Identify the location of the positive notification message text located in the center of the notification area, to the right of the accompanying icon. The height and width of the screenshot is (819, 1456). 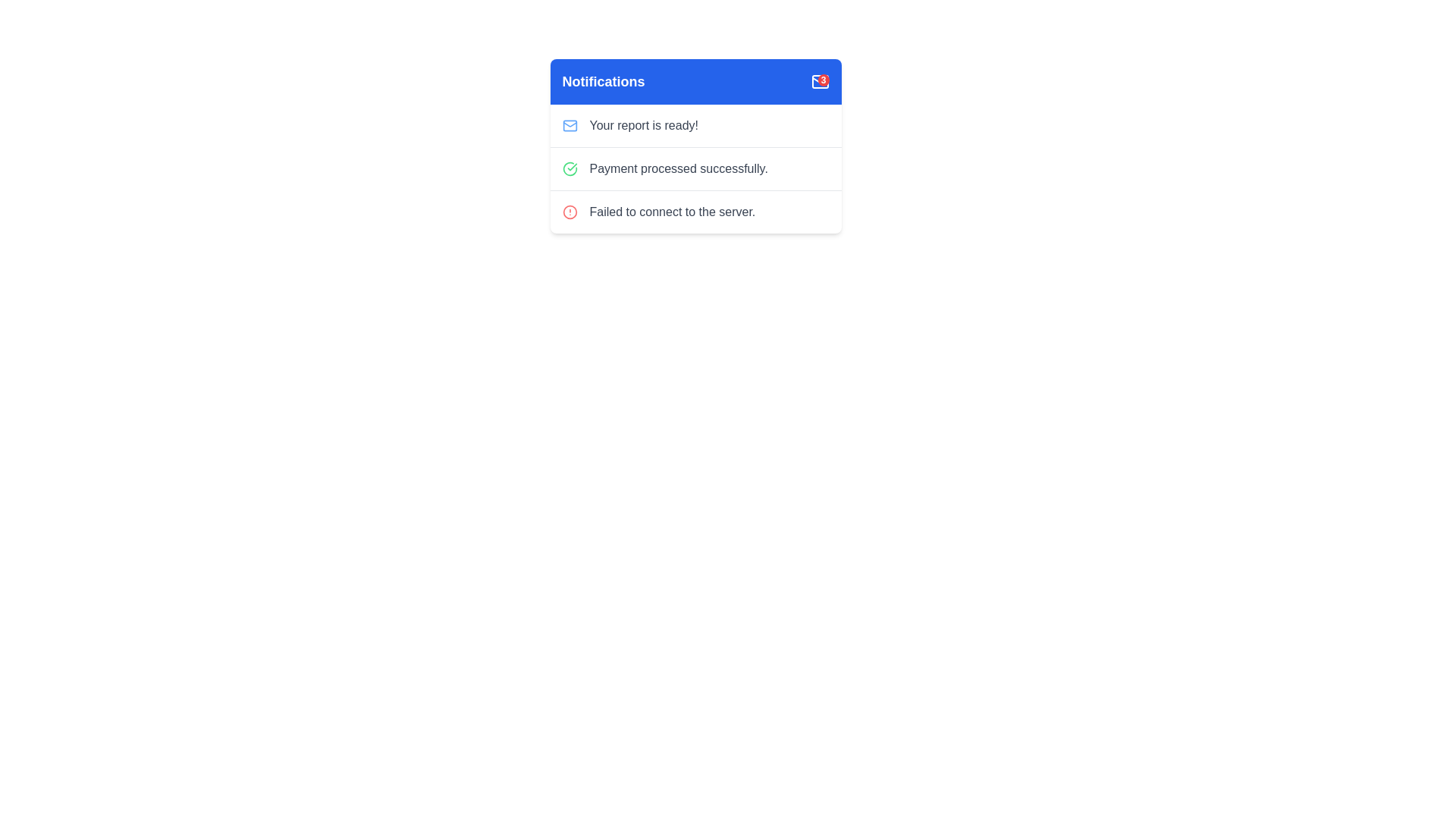
(678, 169).